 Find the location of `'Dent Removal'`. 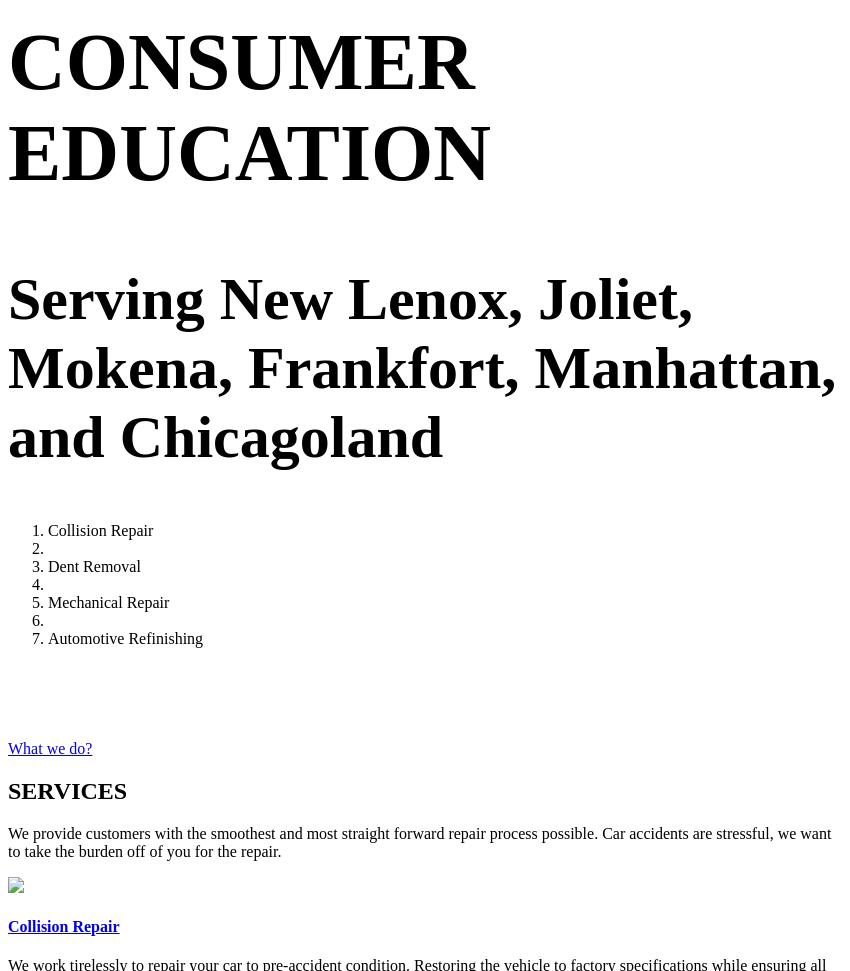

'Dent Removal' is located at coordinates (93, 566).